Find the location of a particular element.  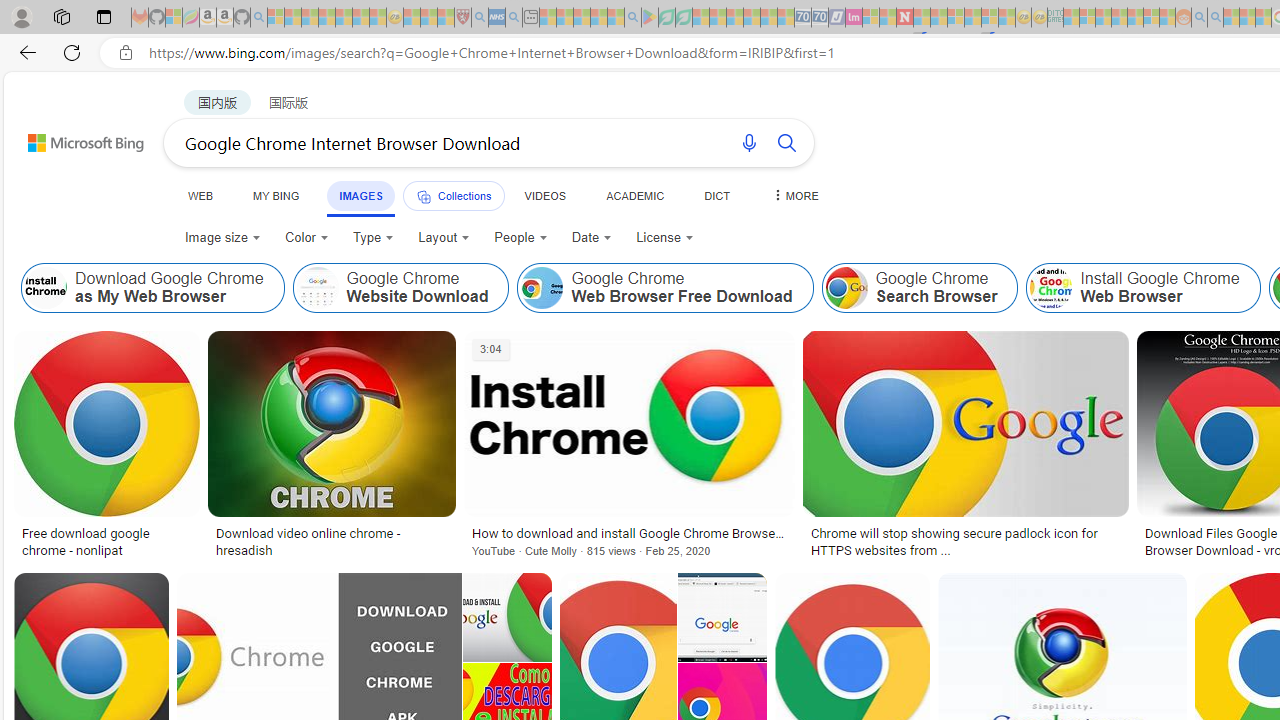

'Free download google chrome - nonlipat' is located at coordinates (105, 541).